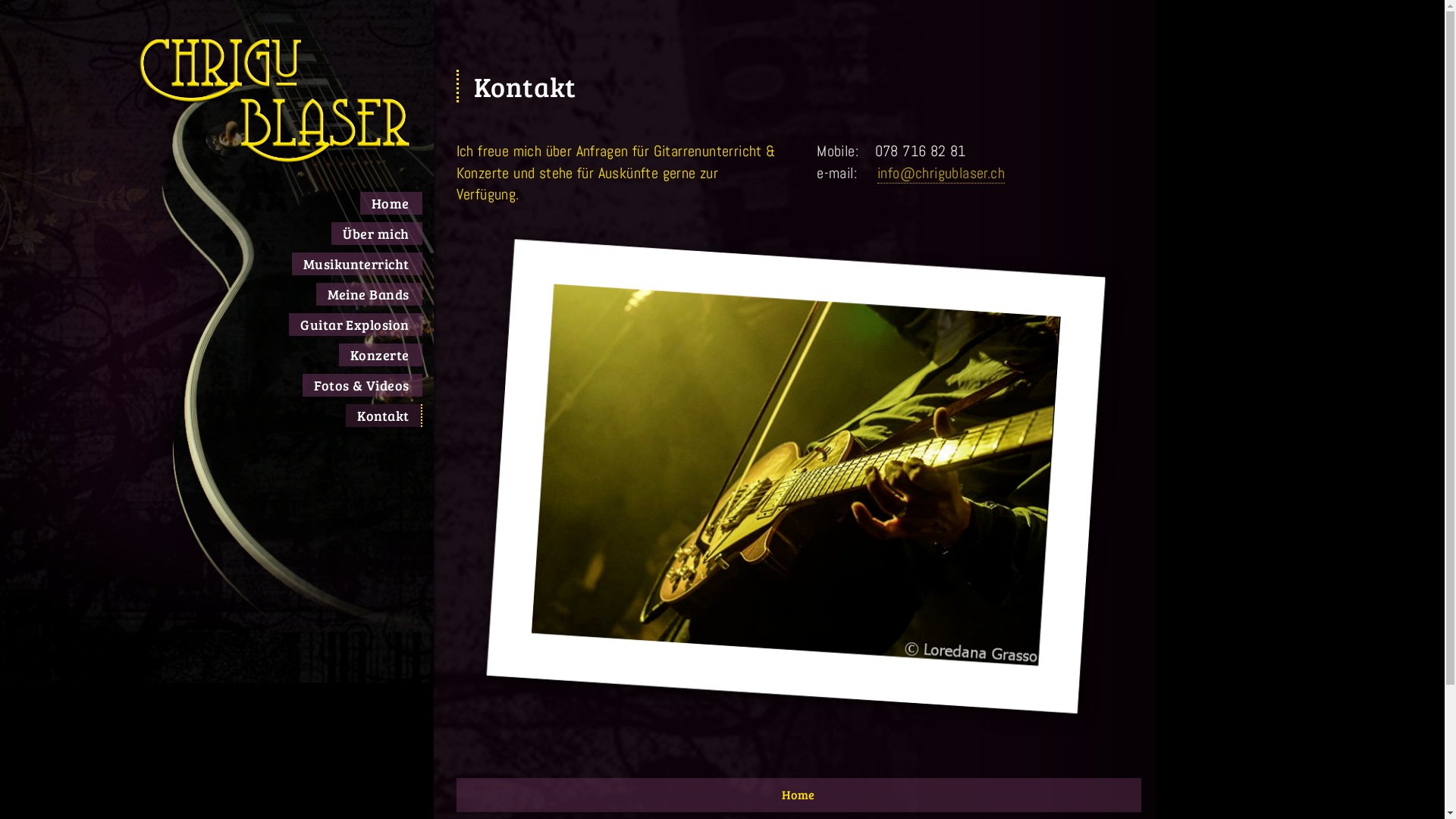  I want to click on 'Fotos & Videos', so click(361, 384).